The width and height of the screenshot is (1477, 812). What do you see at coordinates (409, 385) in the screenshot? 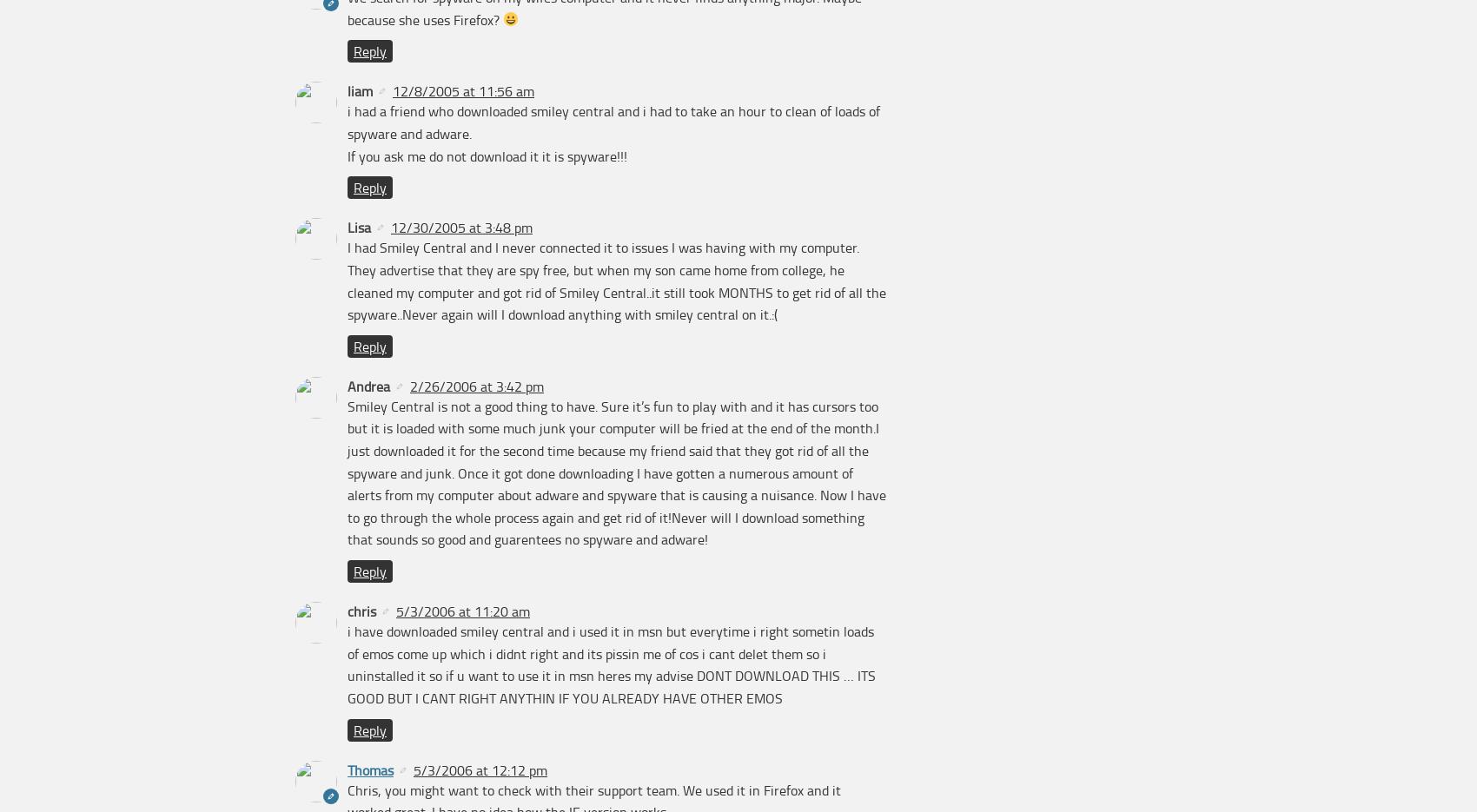
I see `'2/26/2006 at 3:42 pm'` at bounding box center [409, 385].